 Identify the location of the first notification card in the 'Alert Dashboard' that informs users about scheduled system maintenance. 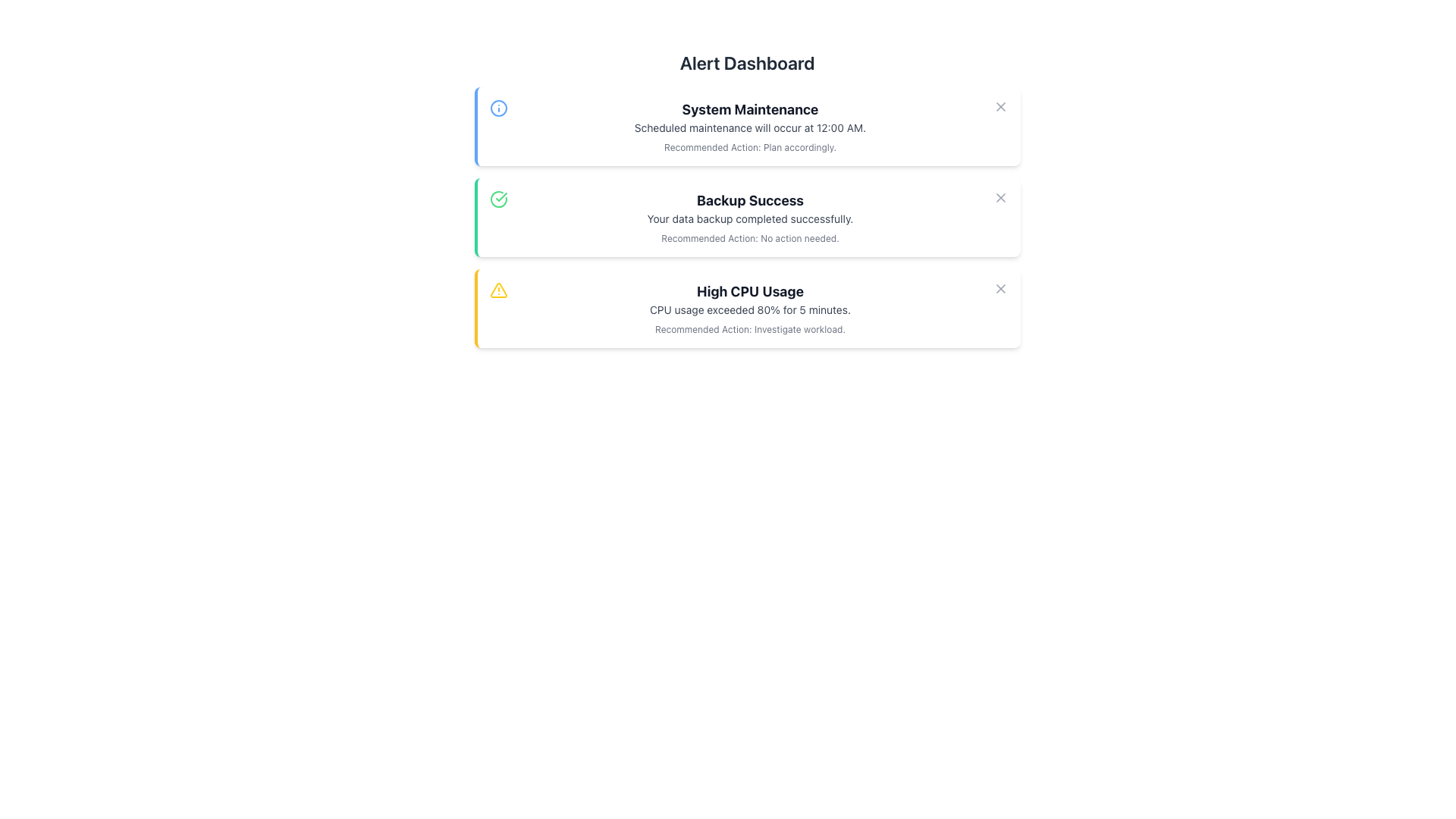
(747, 125).